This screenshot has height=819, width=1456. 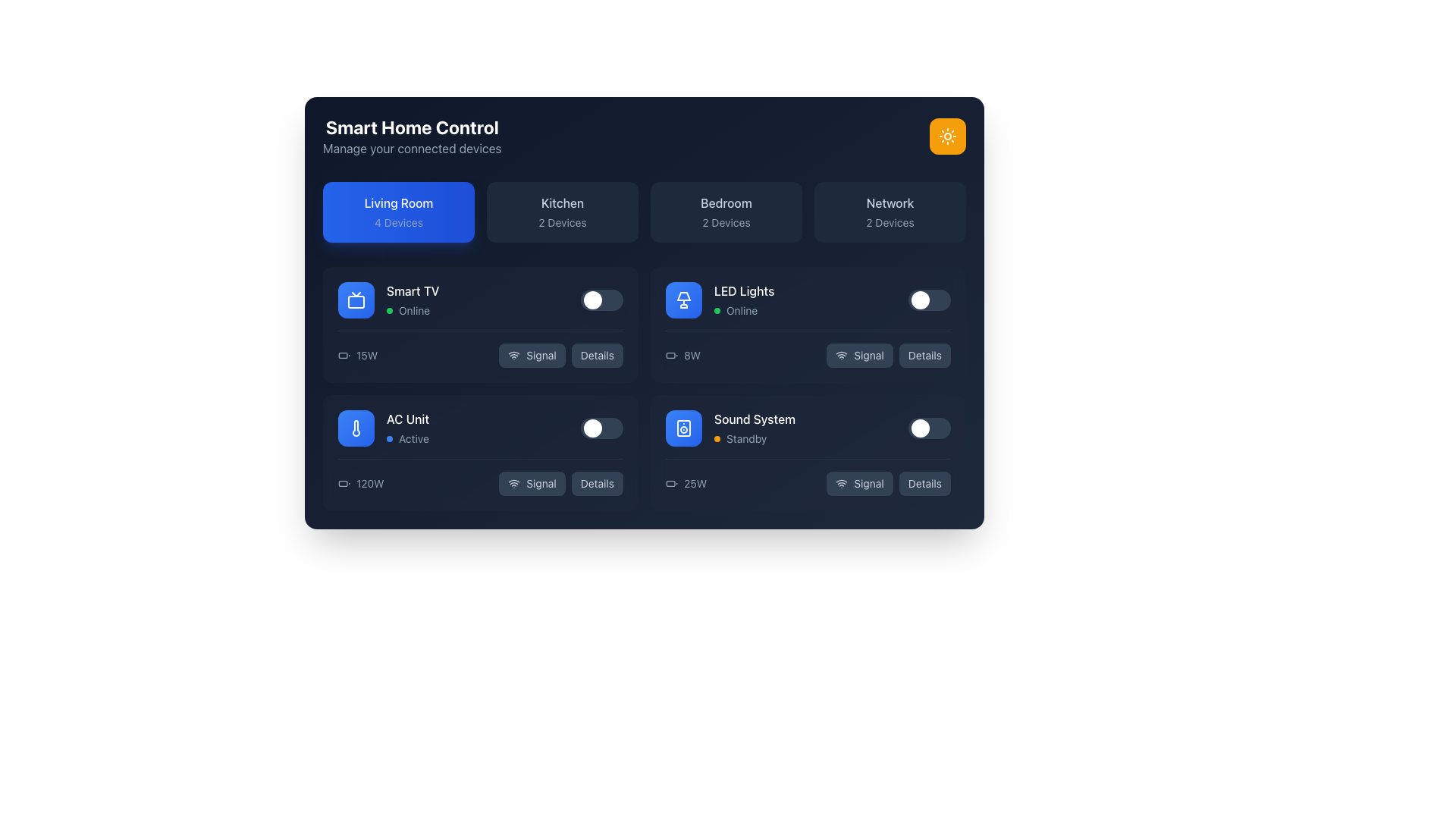 I want to click on the Smart TV status indicator, which displays that the device is online, located in the top row of the second section, to the left of the central content, and is the first device listed under the 'Living Room' category, so click(x=388, y=300).